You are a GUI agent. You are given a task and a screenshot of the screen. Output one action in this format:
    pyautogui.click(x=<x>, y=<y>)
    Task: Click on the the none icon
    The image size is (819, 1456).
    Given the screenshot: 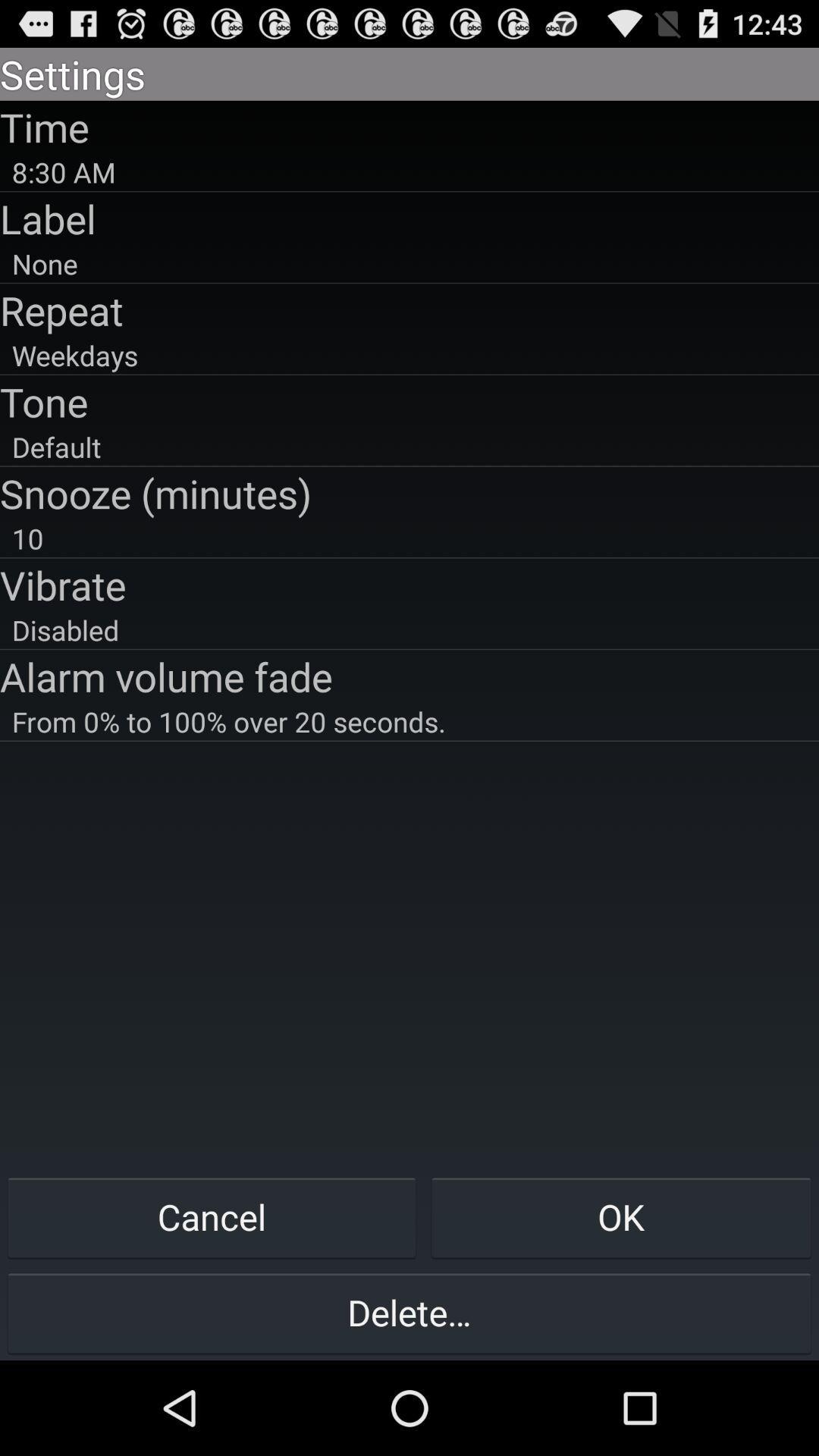 What is the action you would take?
    pyautogui.click(x=409, y=263)
    